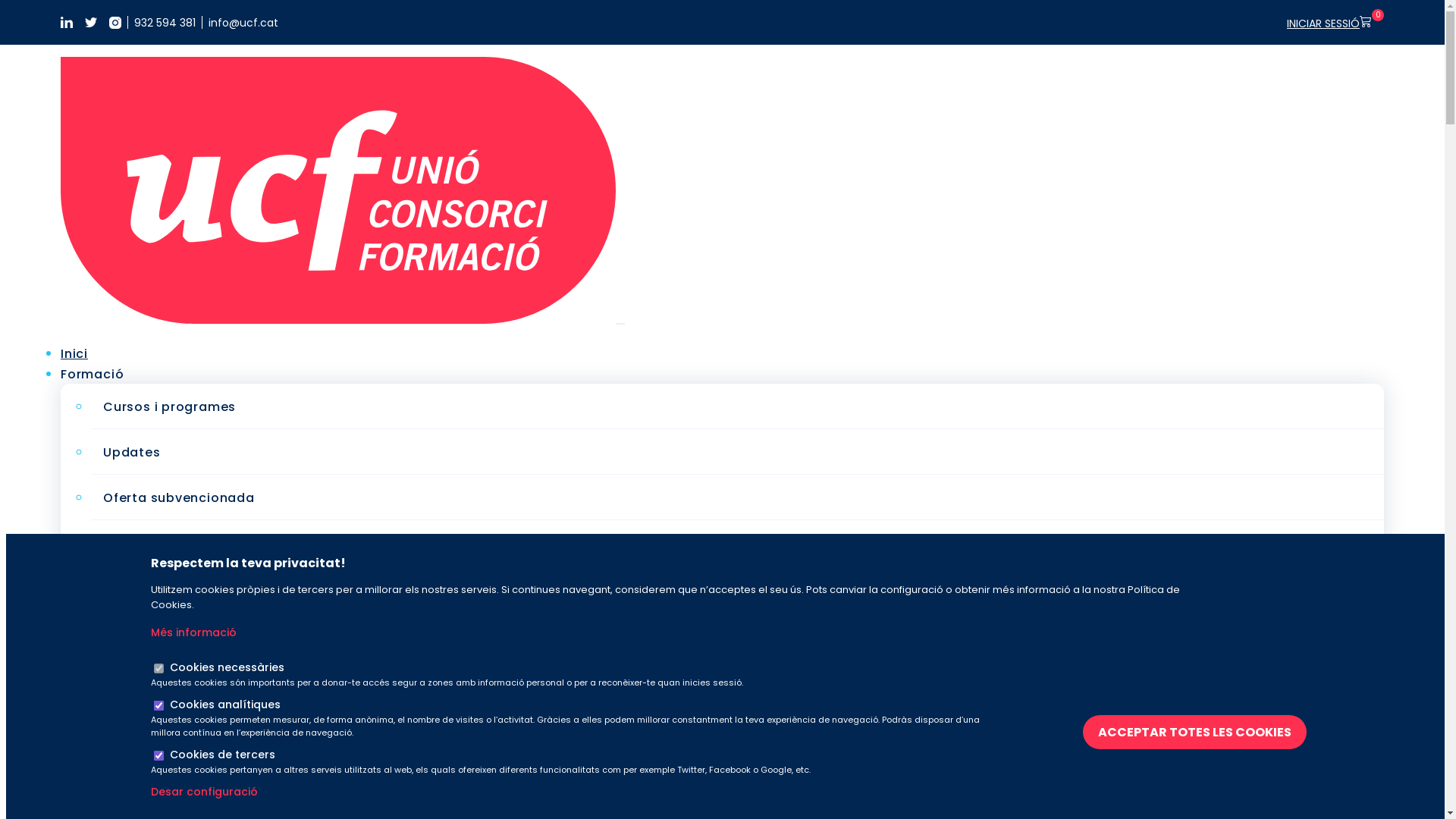 The image size is (1456, 819). I want to click on 'https://www.linkedin.com/company/uni-consorci-formaci-/', so click(65, 23).